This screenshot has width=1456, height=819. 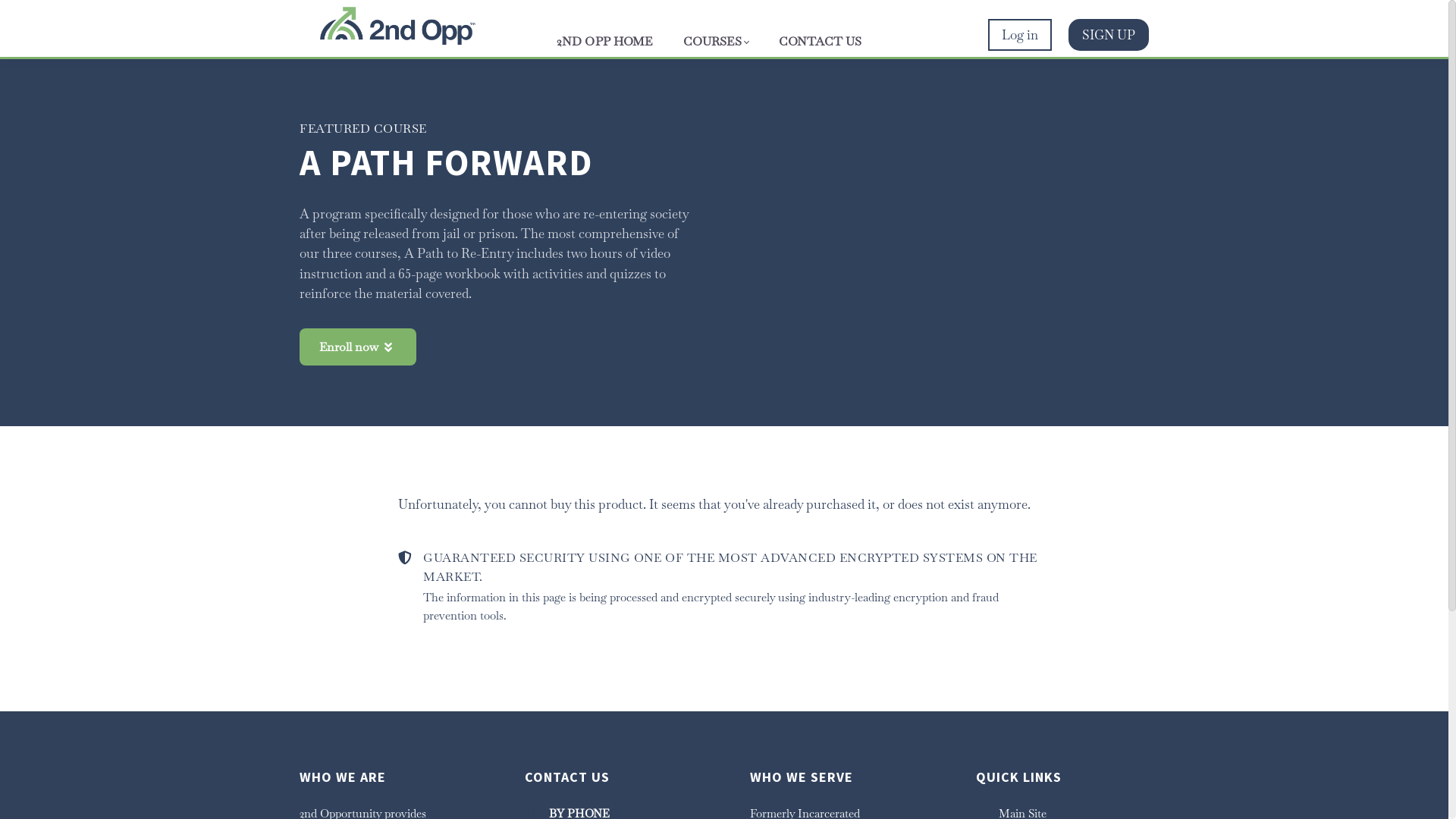 I want to click on 'Enroll now', so click(x=356, y=347).